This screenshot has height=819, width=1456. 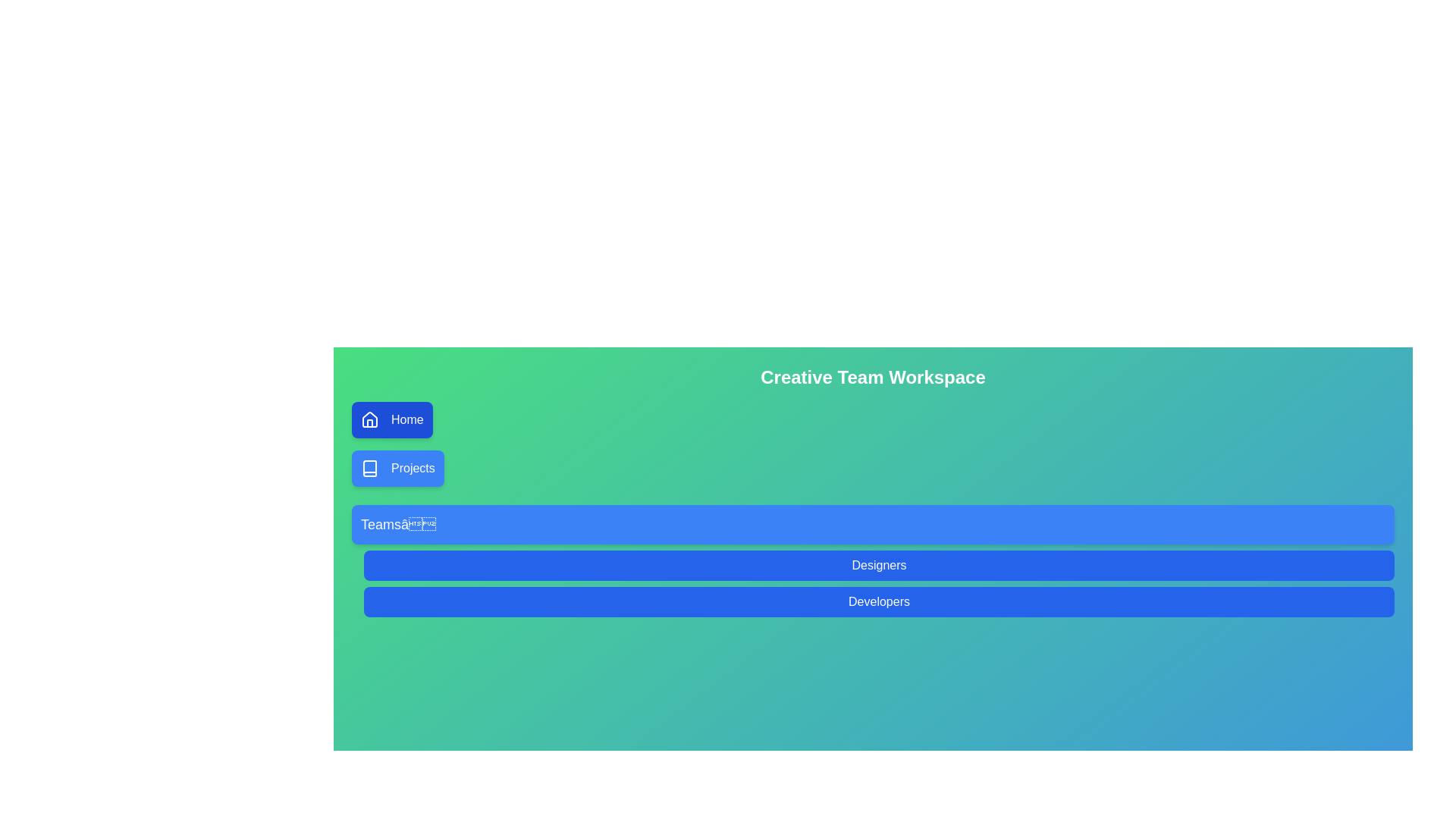 What do you see at coordinates (397, 467) in the screenshot?
I see `the 'Projects' button, which is a rectangular button with rounded corners, light blue background, and an open book icon on the left, located as the second button in a vertical stack on the left edge of the interface` at bounding box center [397, 467].